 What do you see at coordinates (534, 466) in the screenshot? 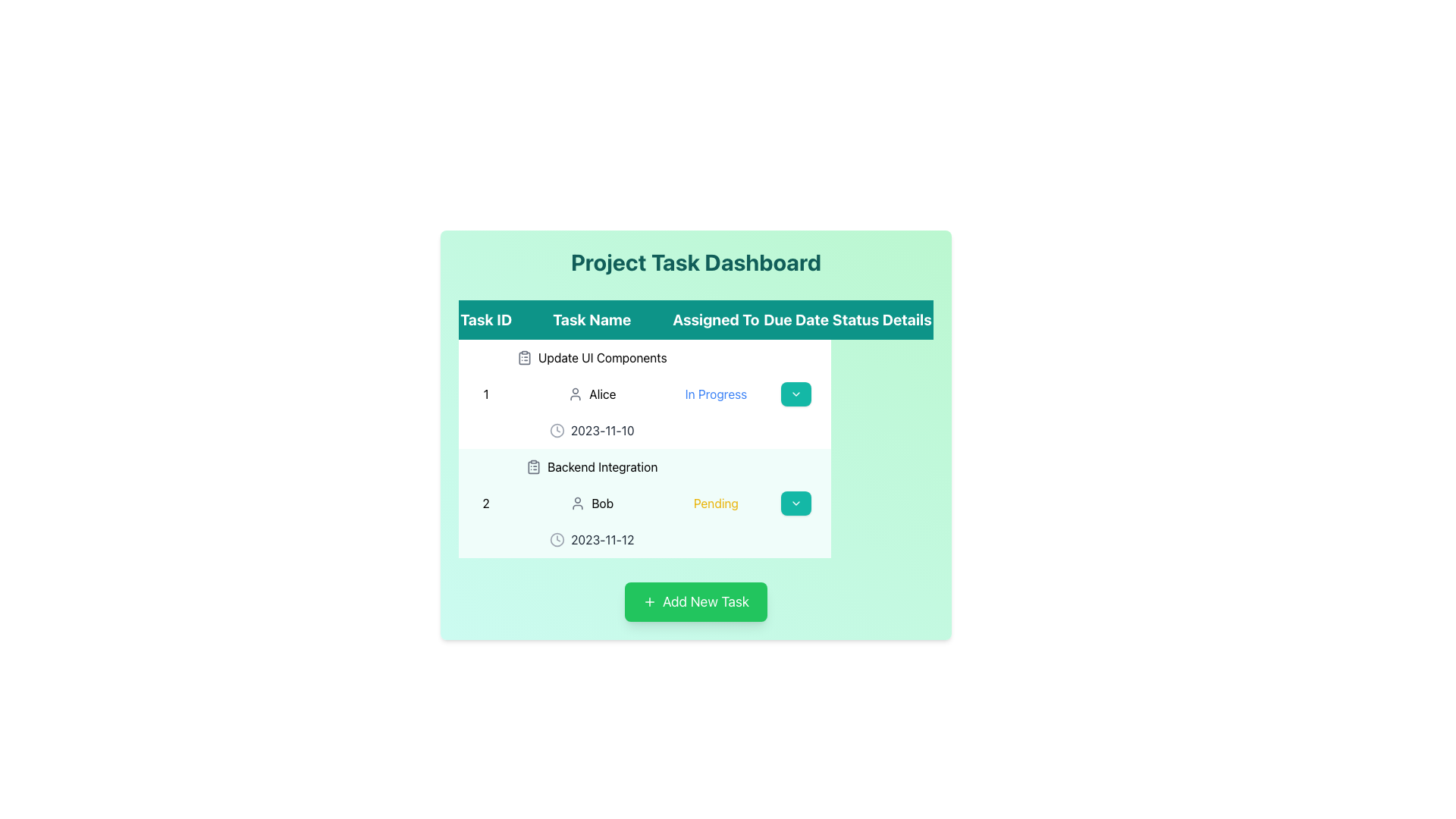
I see `the clipboard icon located in the second row under the 'Task Name' column associated with 'Backend Integration'` at bounding box center [534, 466].